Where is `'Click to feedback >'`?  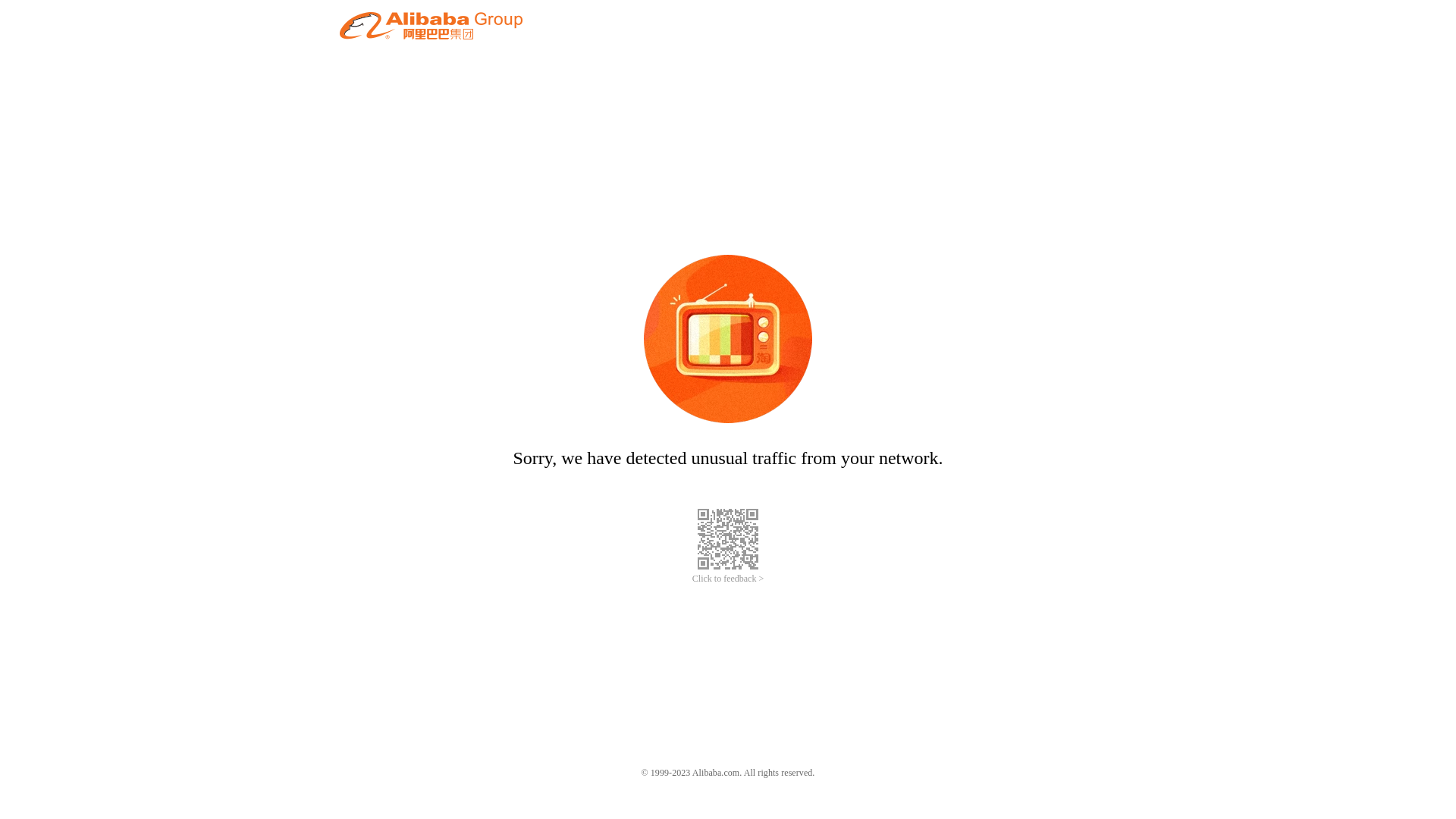
'Click to feedback >' is located at coordinates (728, 579).